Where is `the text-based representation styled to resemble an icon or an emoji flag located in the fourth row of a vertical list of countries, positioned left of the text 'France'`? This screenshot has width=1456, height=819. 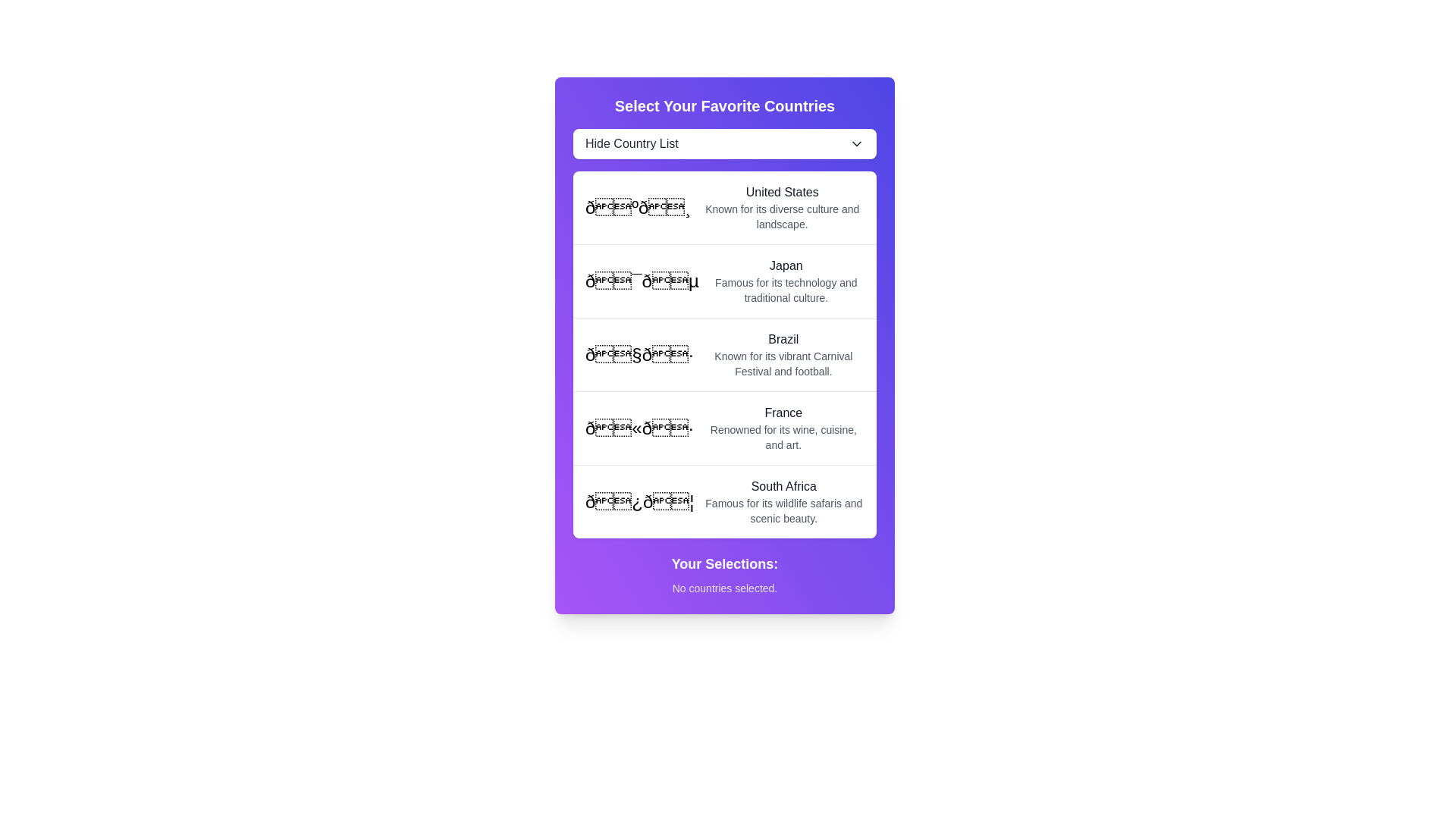
the text-based representation styled to resemble an icon or an emoji flag located in the fourth row of a vertical list of countries, positioned left of the text 'France' is located at coordinates (639, 428).